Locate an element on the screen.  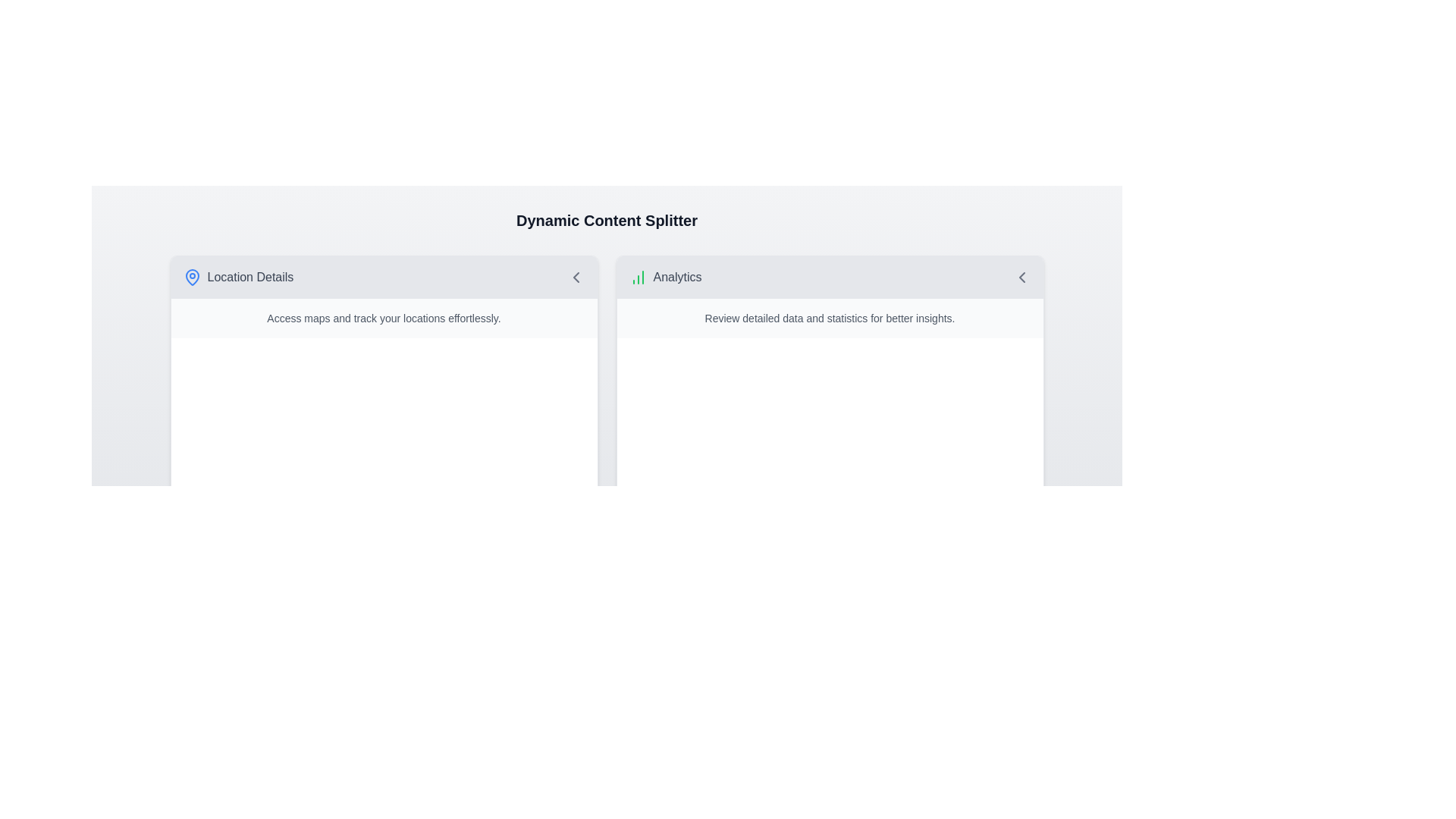
the 'Location Details' text label, which is positioned to the right of a blue map pin icon in the section header is located at coordinates (250, 278).